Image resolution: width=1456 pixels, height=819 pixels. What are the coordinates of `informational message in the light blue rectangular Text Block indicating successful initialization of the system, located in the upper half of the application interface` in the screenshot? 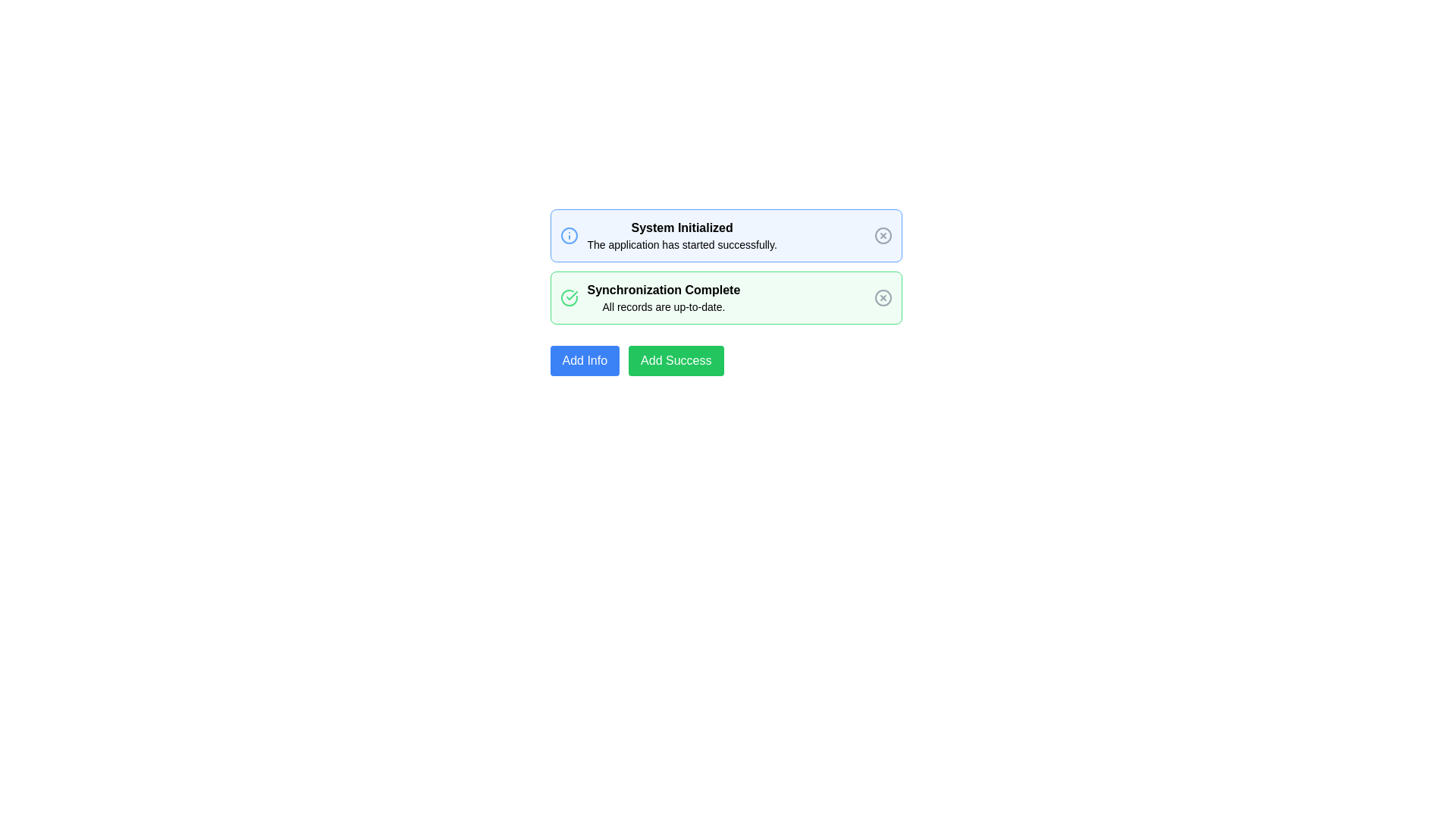 It's located at (681, 236).